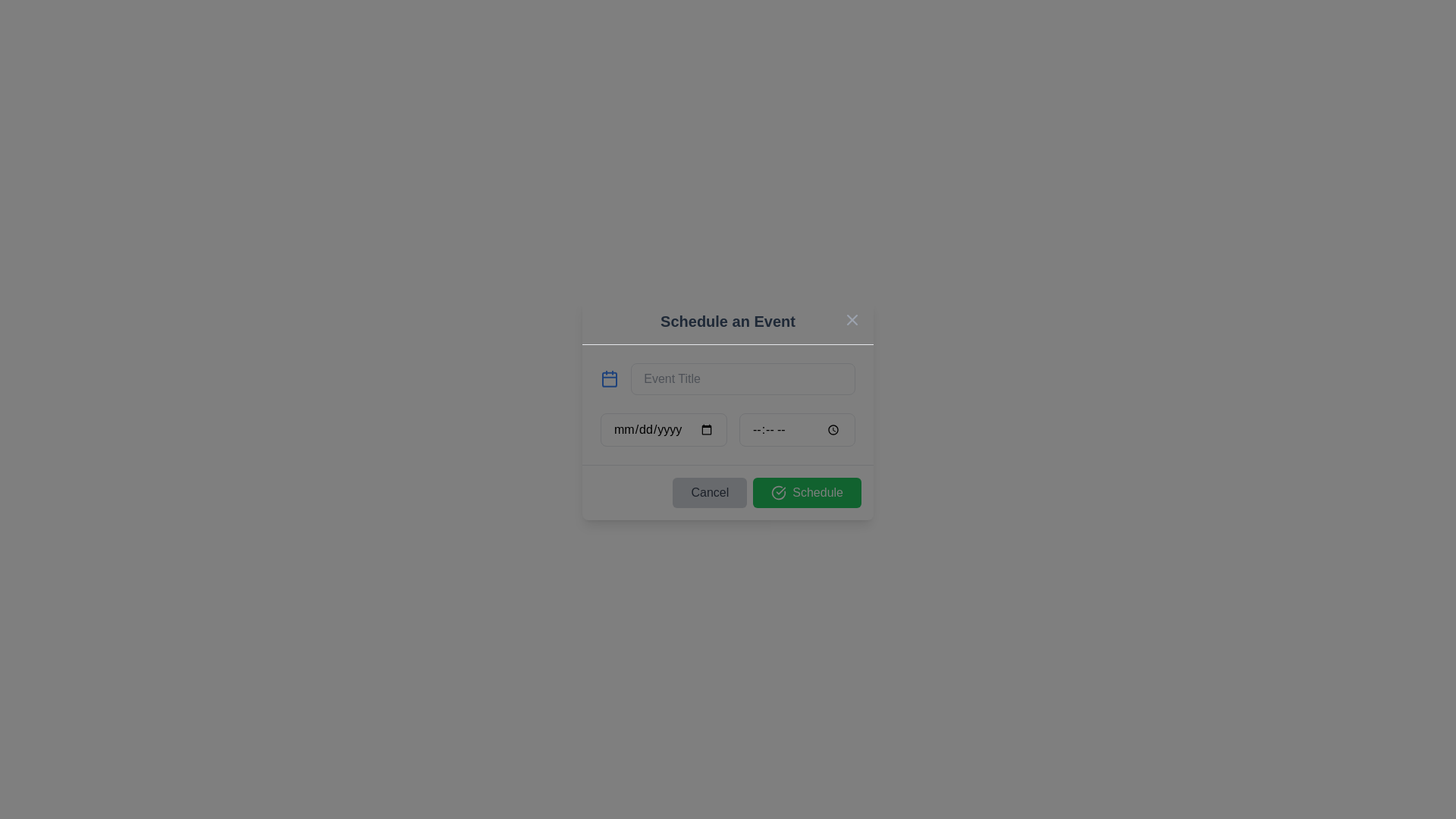  I want to click on the confirm button located at the bottom-right corner of the 'Schedule an Event' modal dialog, so click(806, 493).